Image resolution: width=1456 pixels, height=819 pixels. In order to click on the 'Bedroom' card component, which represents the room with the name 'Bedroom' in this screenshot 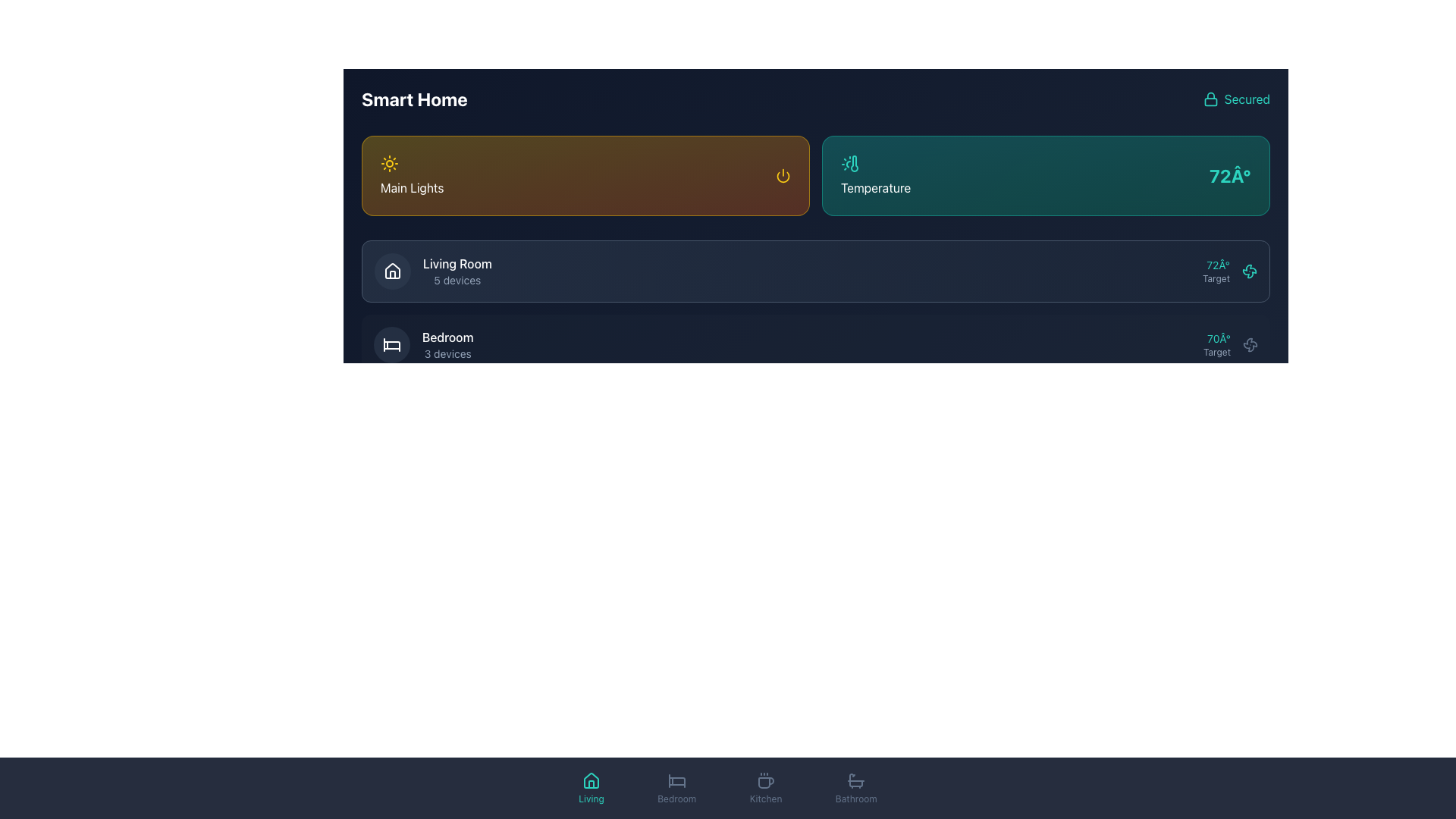, I will do `click(814, 345)`.